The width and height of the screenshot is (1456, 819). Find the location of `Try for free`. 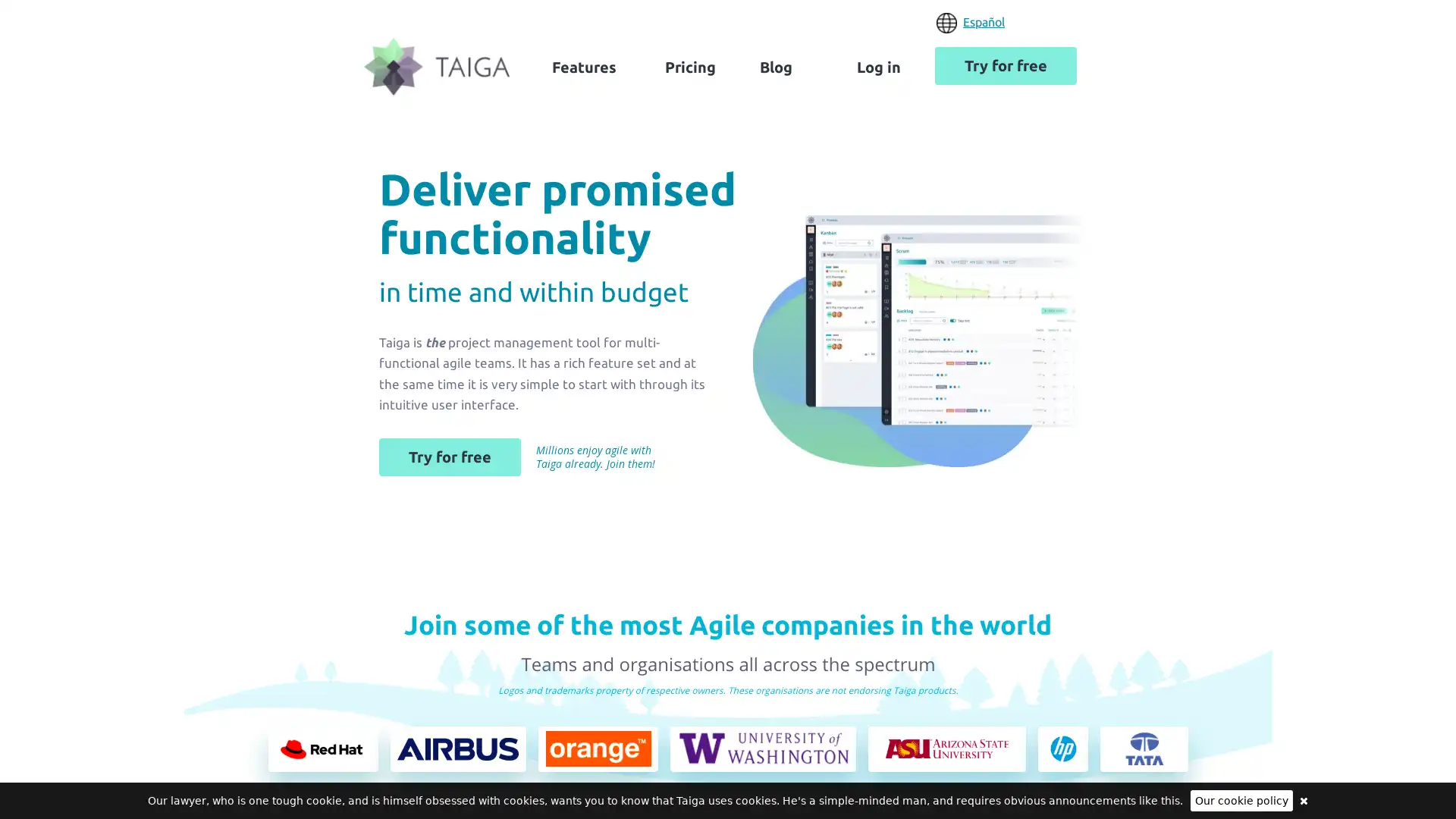

Try for free is located at coordinates (449, 455).